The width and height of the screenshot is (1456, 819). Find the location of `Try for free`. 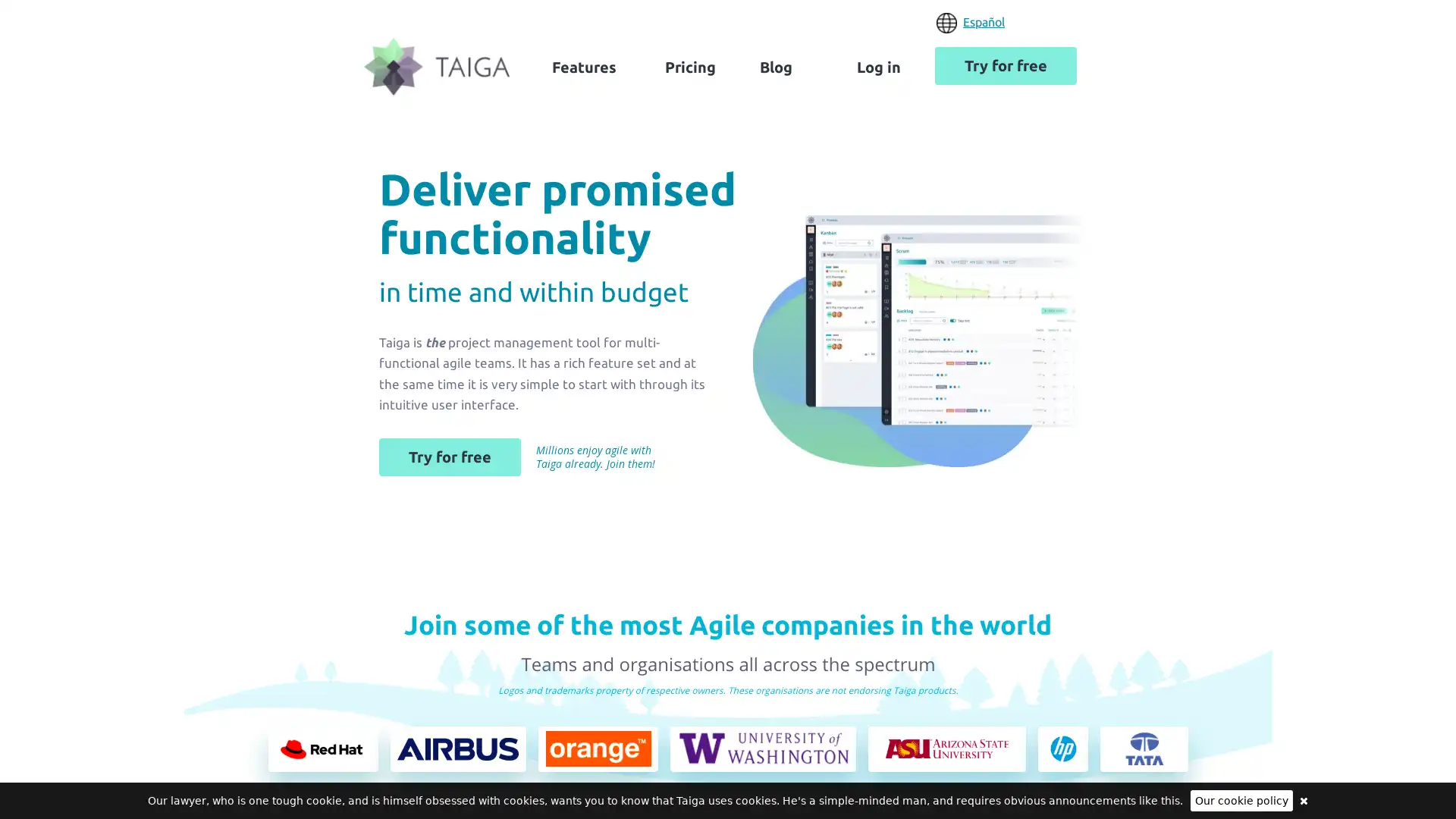

Try for free is located at coordinates (449, 455).